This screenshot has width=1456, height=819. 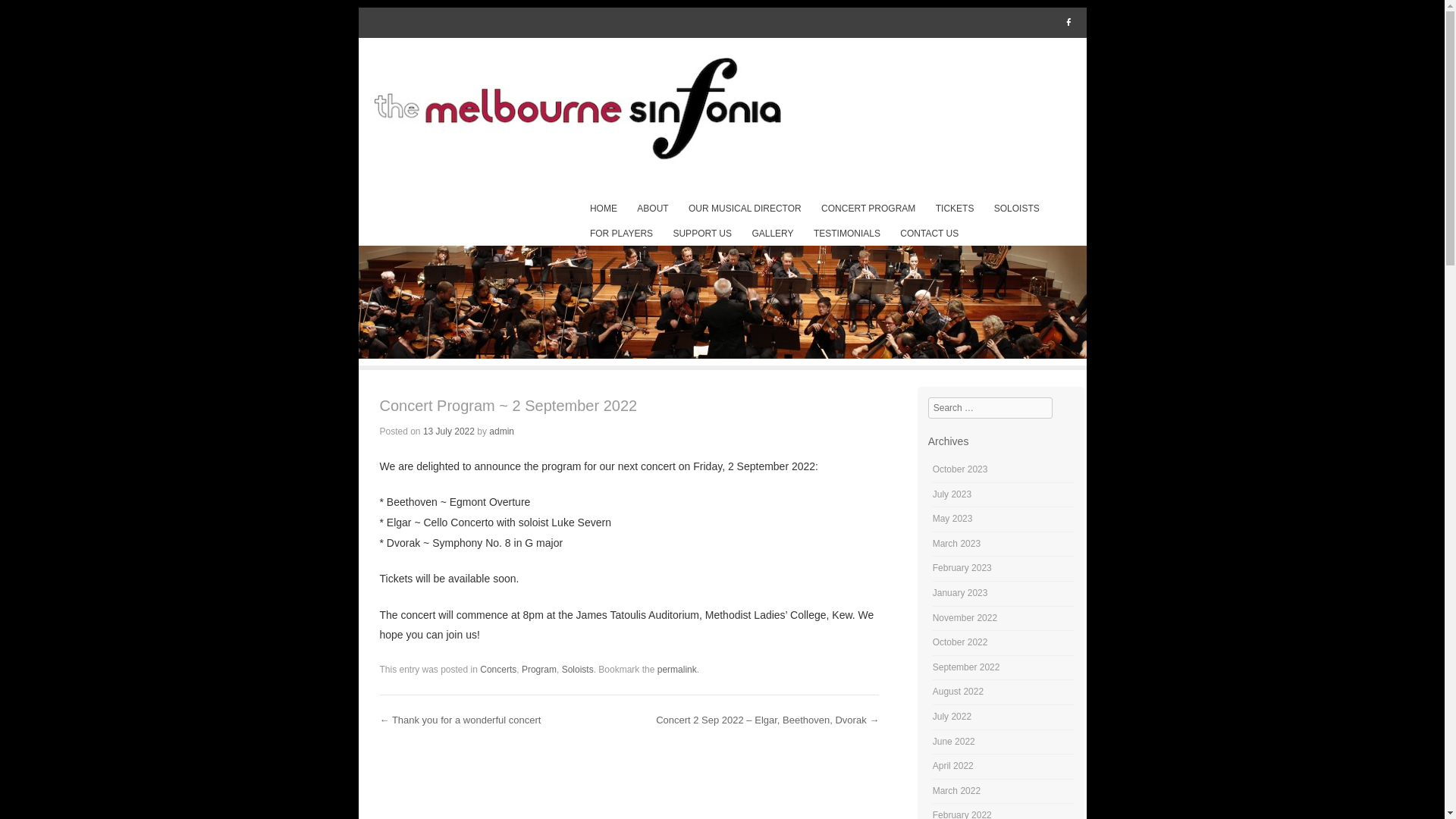 I want to click on 'October 2022', so click(x=959, y=642).